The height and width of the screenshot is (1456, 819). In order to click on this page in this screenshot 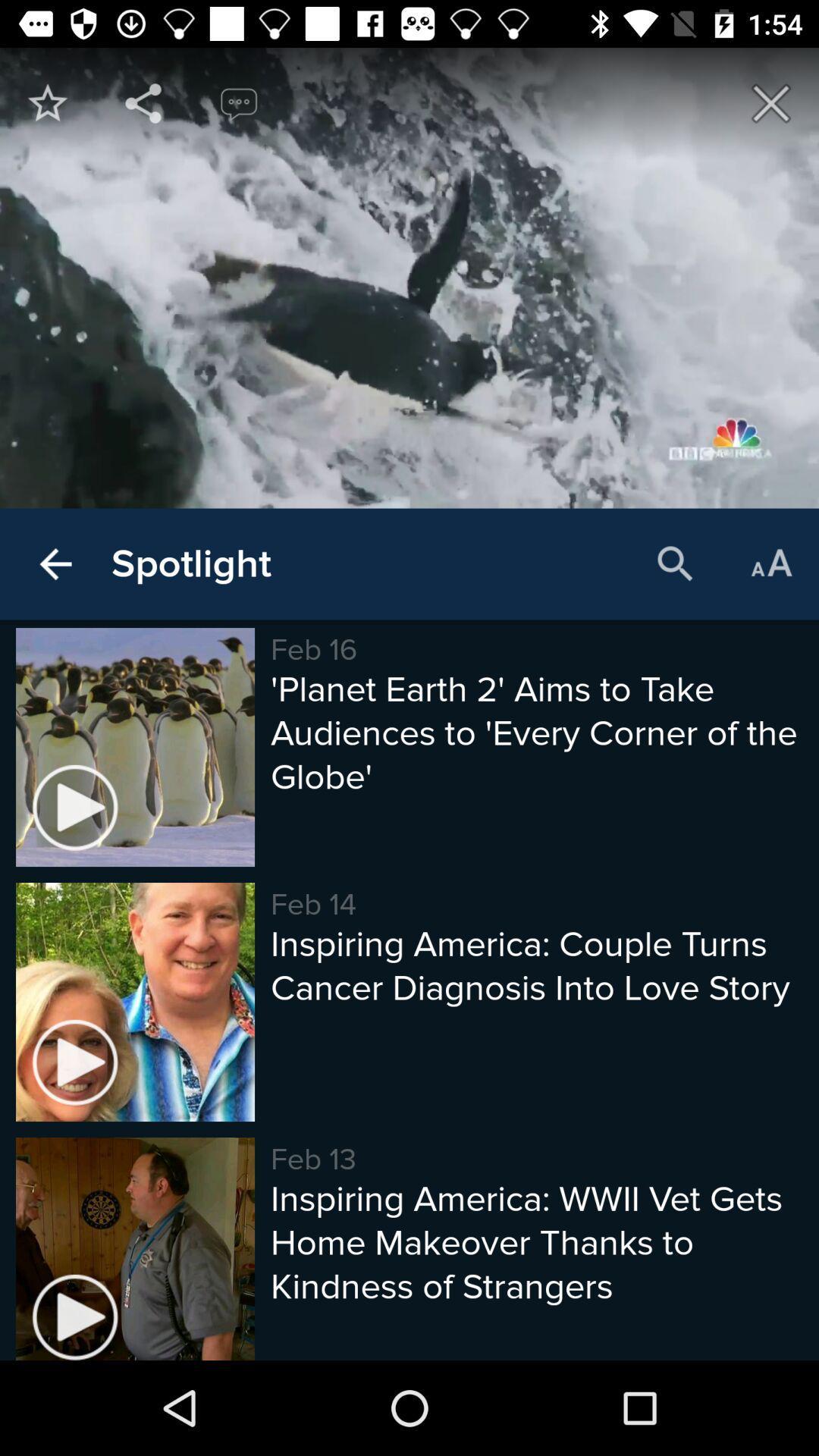, I will do `click(771, 102)`.